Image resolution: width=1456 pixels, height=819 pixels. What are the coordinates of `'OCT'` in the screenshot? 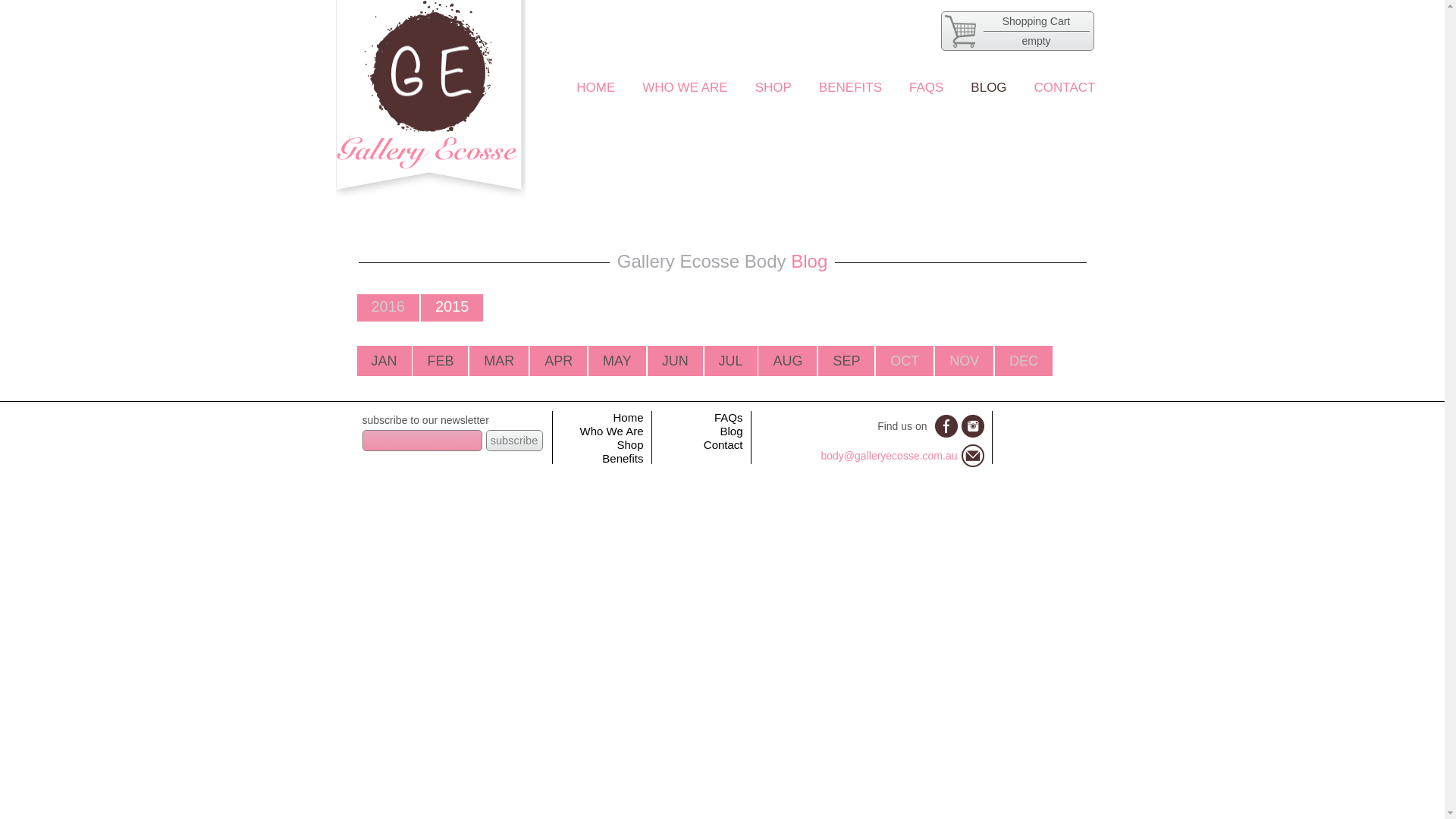 It's located at (905, 360).